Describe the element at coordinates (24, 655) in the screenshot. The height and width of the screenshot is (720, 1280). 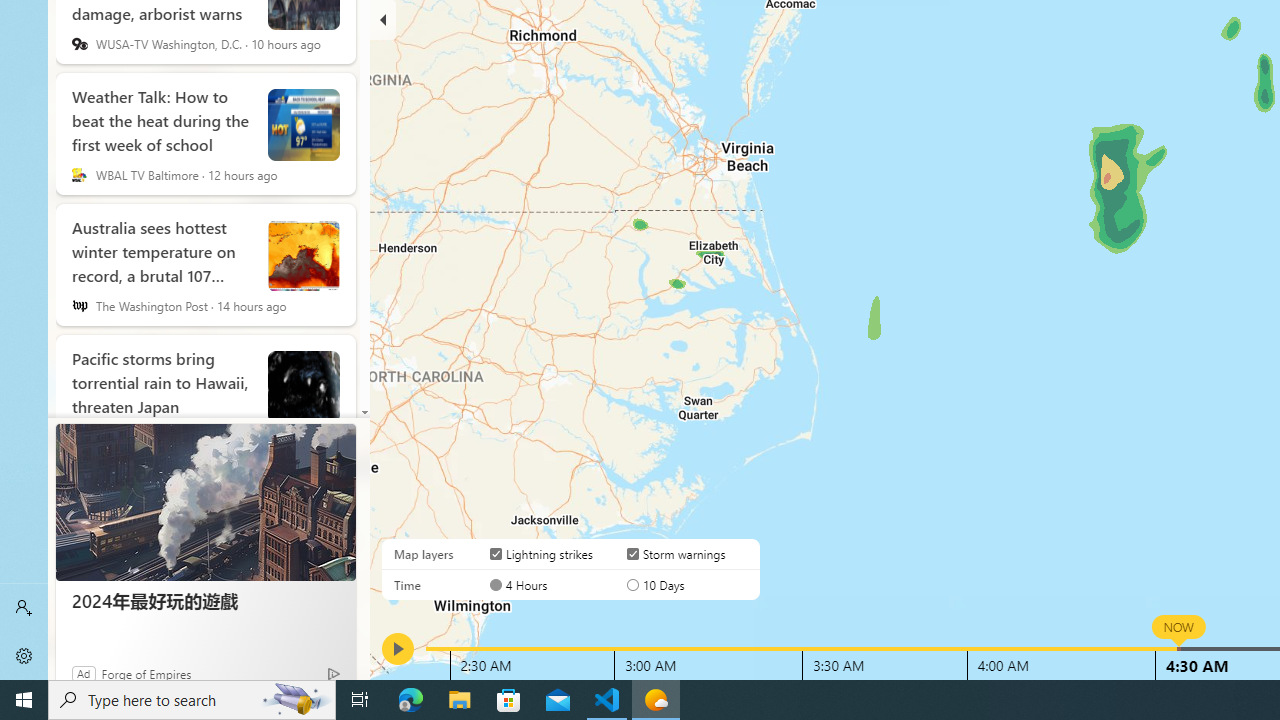
I see `'Settings'` at that location.